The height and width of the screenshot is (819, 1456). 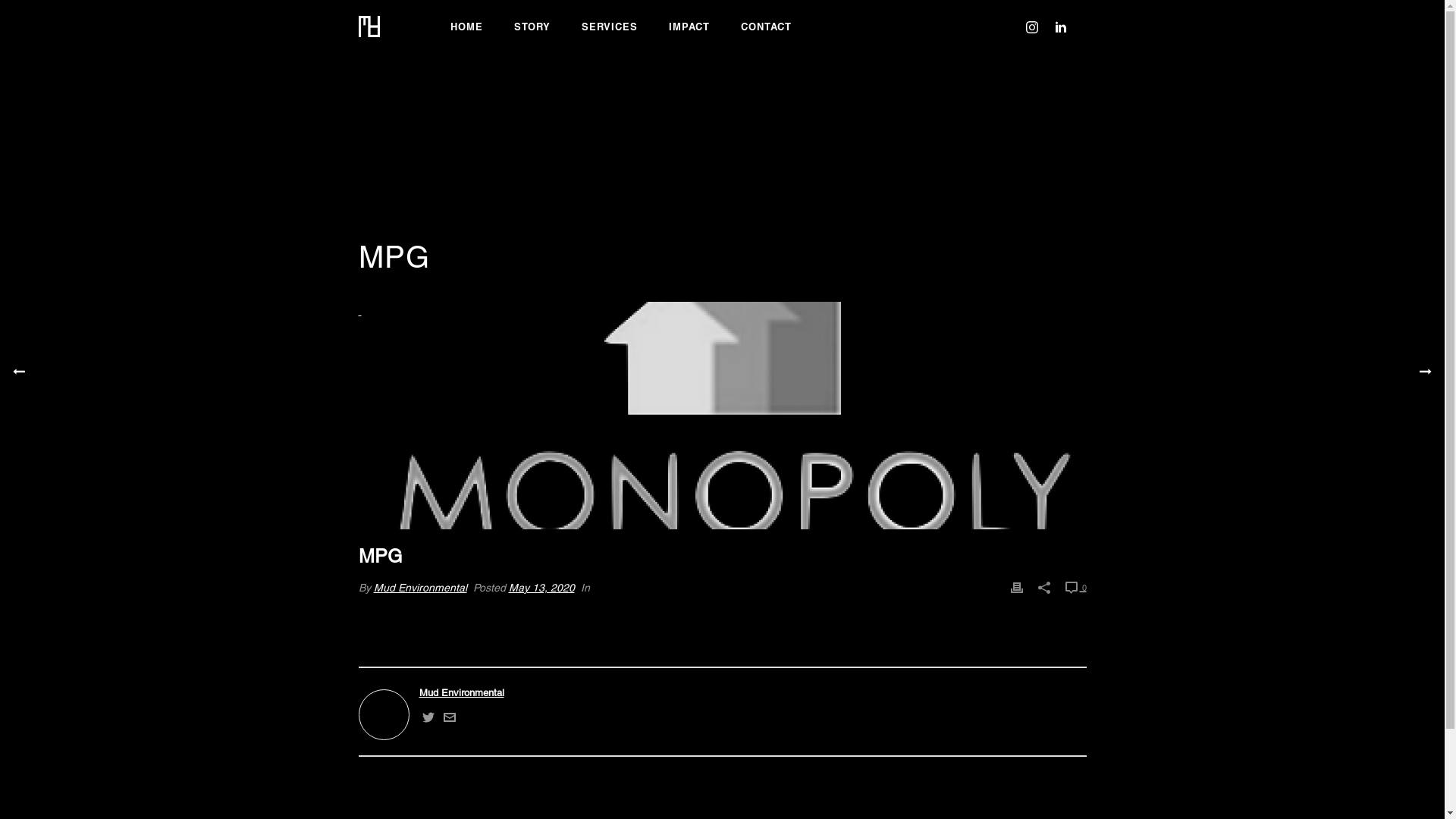 What do you see at coordinates (688, 26) in the screenshot?
I see `'IMPACT'` at bounding box center [688, 26].